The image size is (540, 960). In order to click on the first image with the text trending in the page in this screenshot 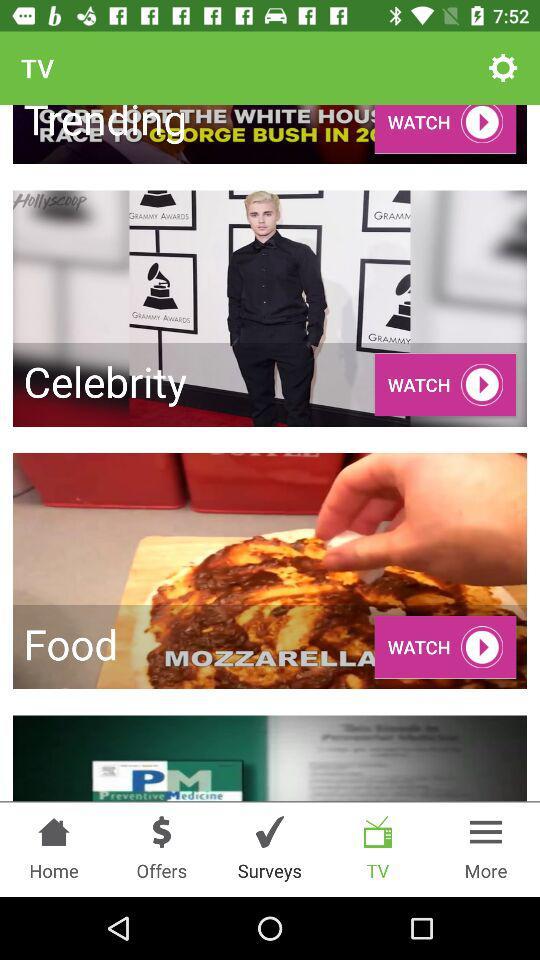, I will do `click(270, 133)`.